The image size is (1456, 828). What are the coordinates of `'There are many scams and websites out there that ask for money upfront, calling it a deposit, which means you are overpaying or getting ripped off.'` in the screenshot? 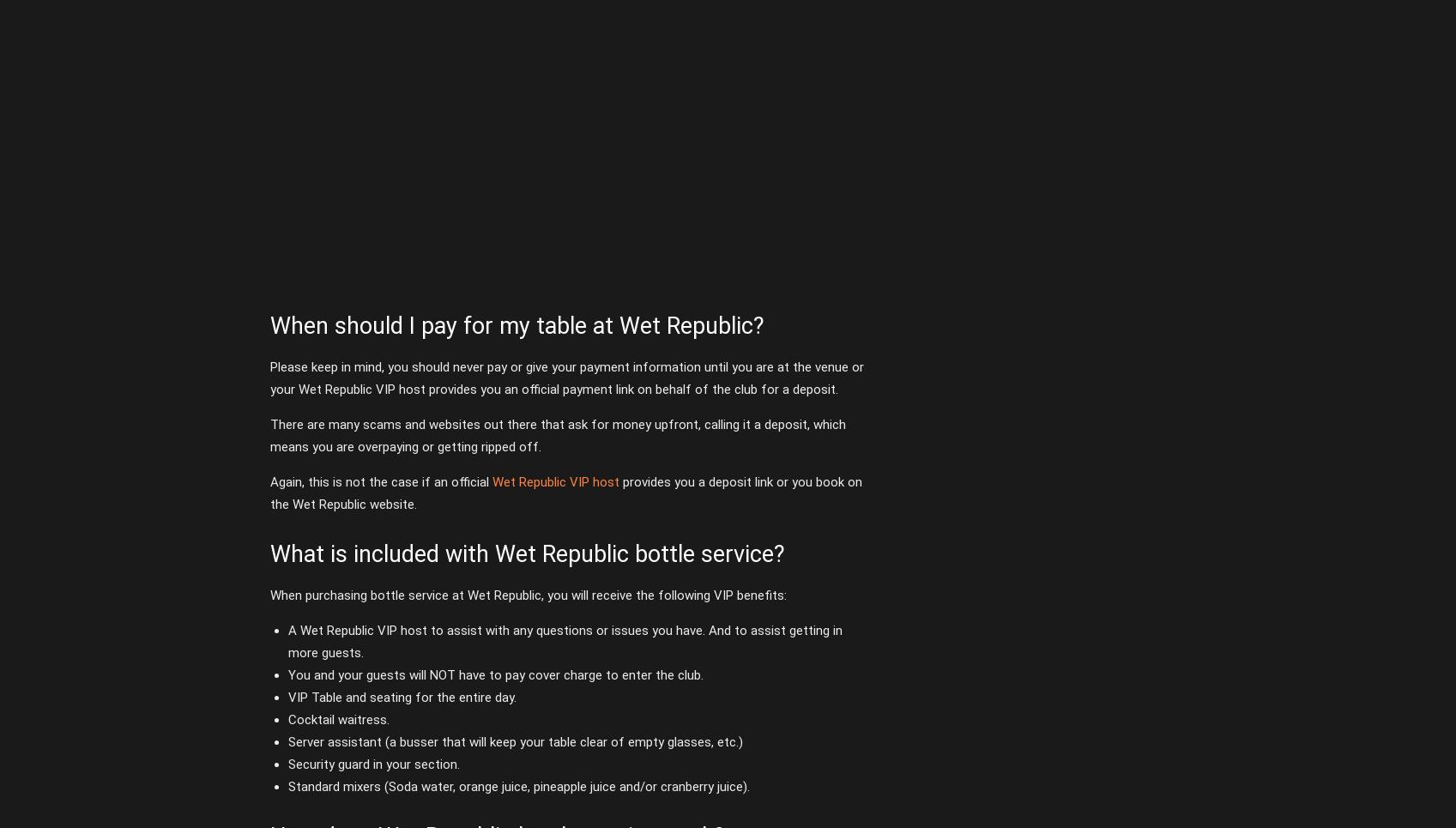 It's located at (557, 435).